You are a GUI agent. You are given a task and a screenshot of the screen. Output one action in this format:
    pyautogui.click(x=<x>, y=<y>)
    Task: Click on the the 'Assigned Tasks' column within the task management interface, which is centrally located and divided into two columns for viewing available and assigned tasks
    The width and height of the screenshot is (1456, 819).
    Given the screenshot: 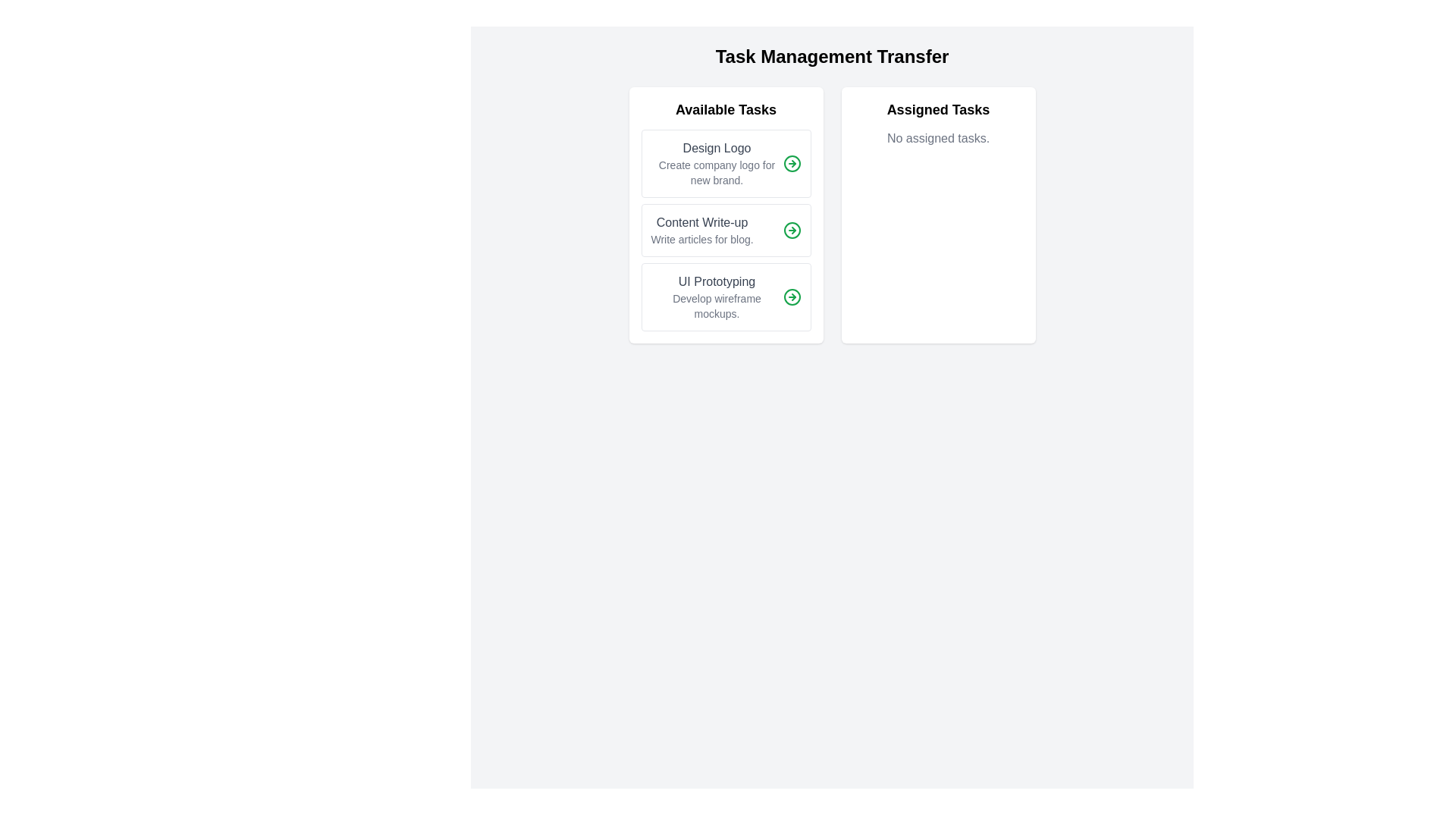 What is the action you would take?
    pyautogui.click(x=831, y=215)
    